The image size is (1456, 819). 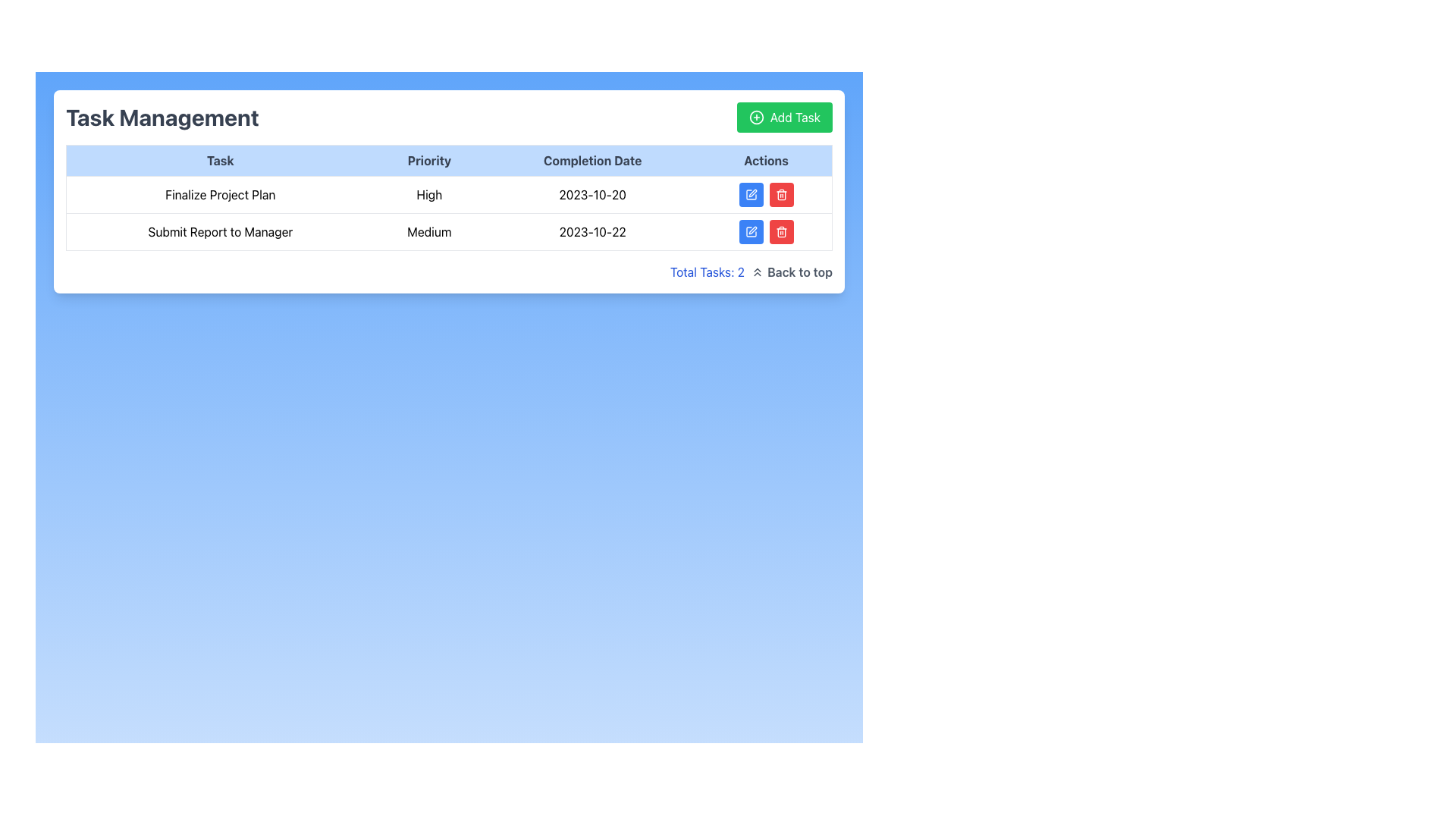 What do you see at coordinates (781, 194) in the screenshot?
I see `the trash icon button, which is styled as a graphical representation of a trash can, located in the 'Actions' column, second button in the row for 'Submit Report to Manager'` at bounding box center [781, 194].